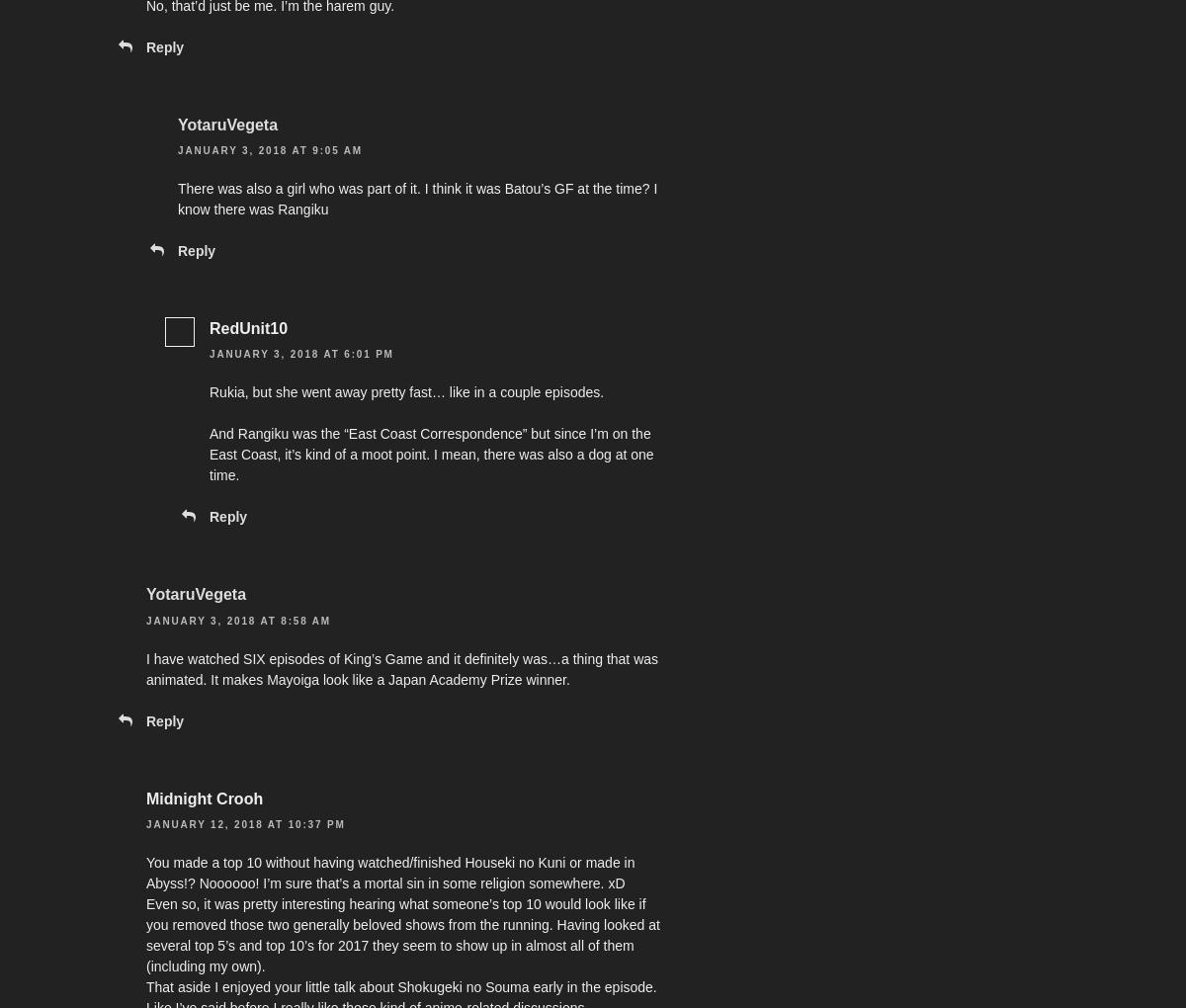 Image resolution: width=1186 pixels, height=1008 pixels. I want to click on 'And Rangiku was the “East Coast Correspondence” but since I’m on the East Coast, it’s kind of a moot point. I mean, there was also a dog at one time.', so click(431, 454).